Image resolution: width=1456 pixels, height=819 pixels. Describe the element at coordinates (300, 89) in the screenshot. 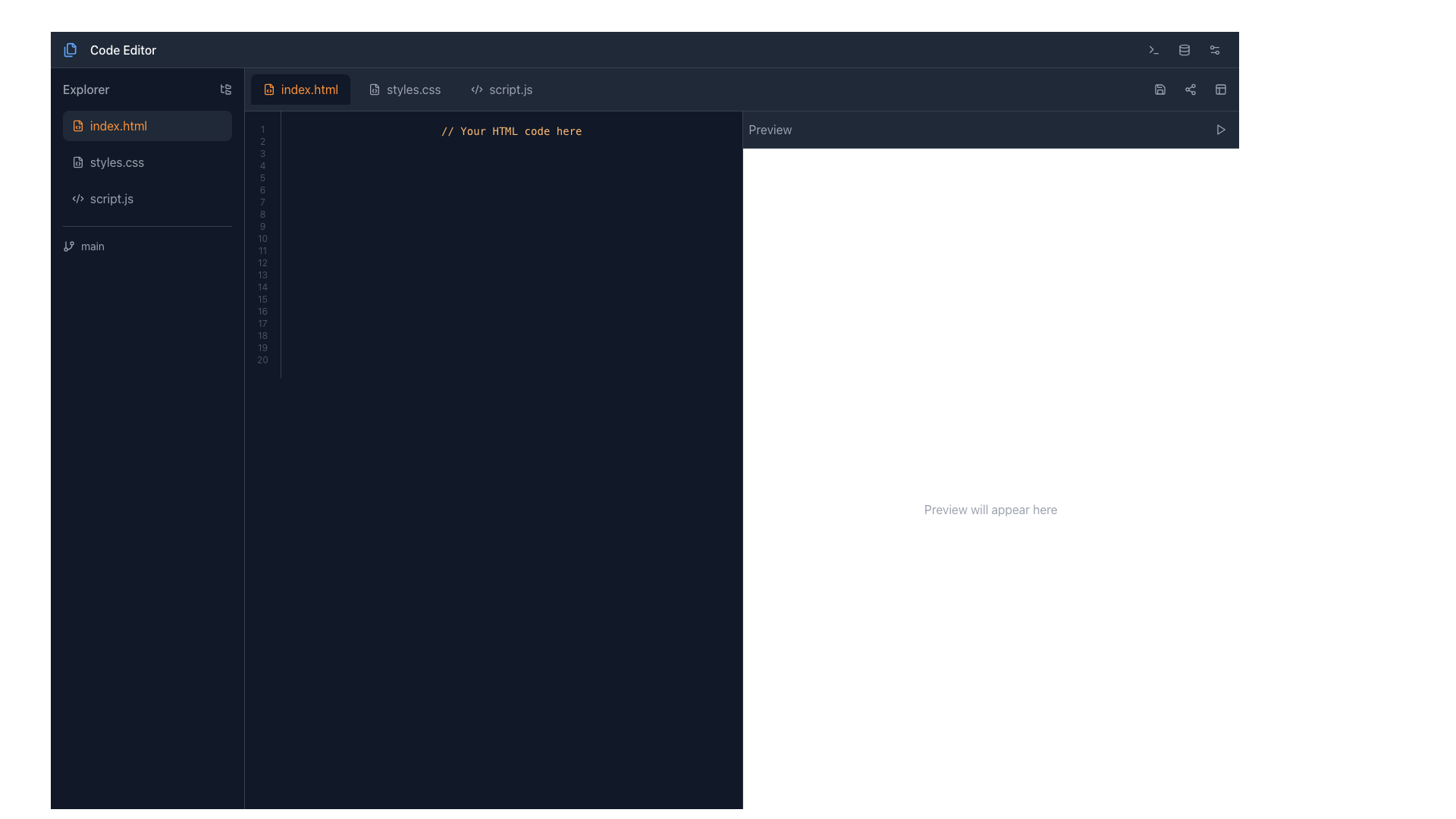

I see `the first tab` at that location.